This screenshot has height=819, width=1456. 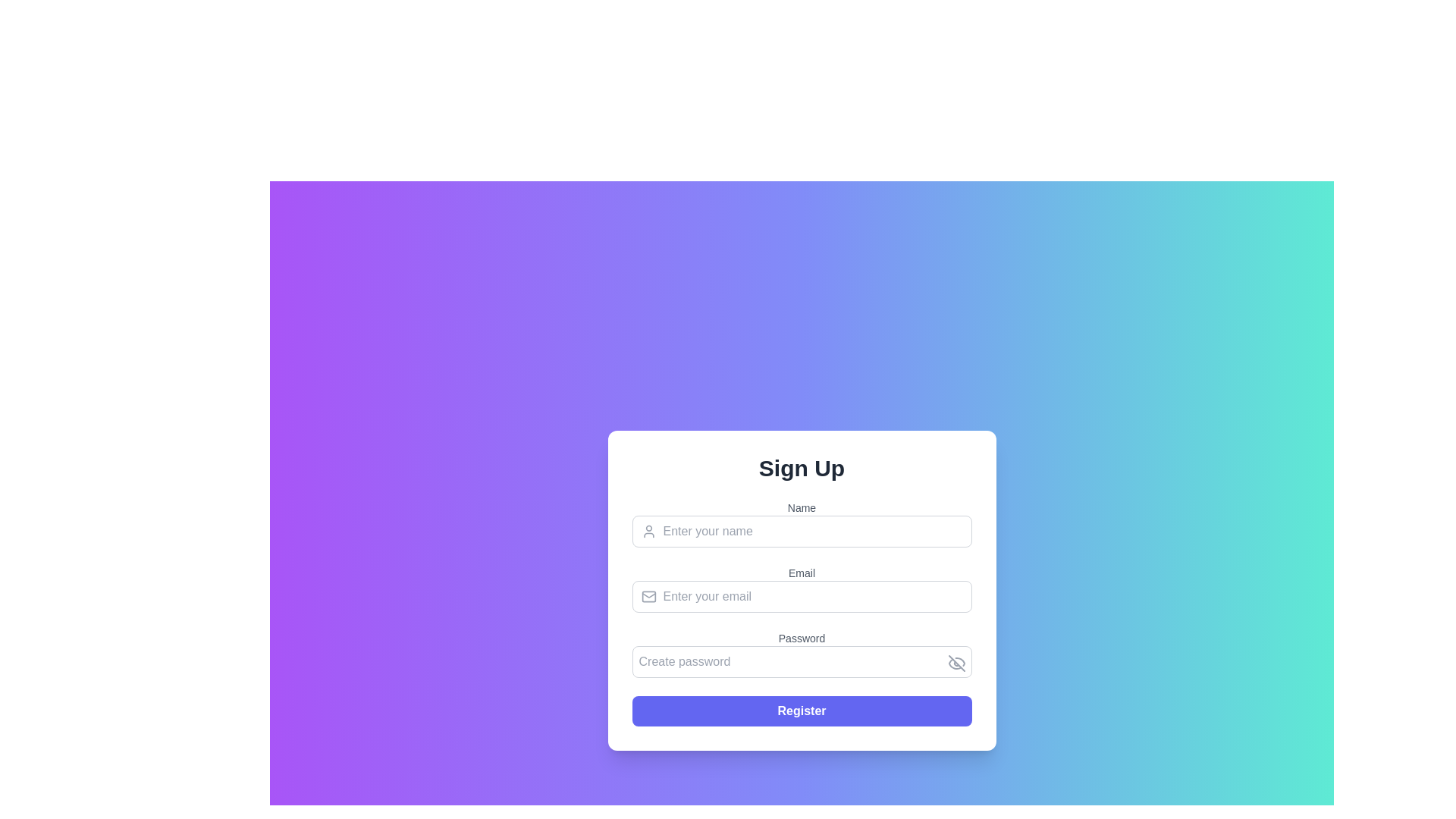 I want to click on the email icon, which is positioned at the left side of the email input field, aligned vertically with its center, so click(x=648, y=595).